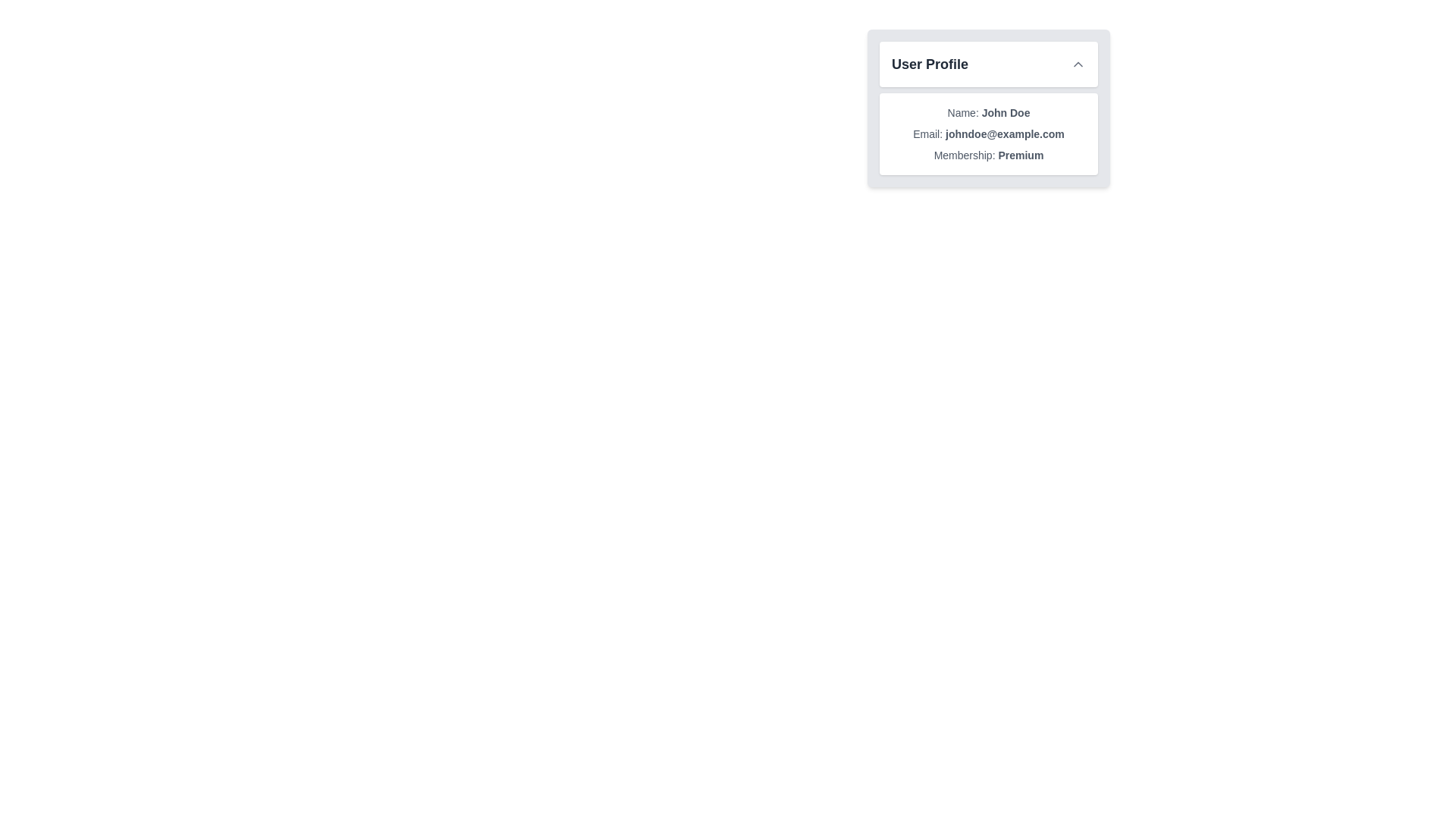 The height and width of the screenshot is (819, 1456). I want to click on the text label displaying the name 'John Doe' in the user profile summary, which is positioned above the email and membership information, so click(989, 112).